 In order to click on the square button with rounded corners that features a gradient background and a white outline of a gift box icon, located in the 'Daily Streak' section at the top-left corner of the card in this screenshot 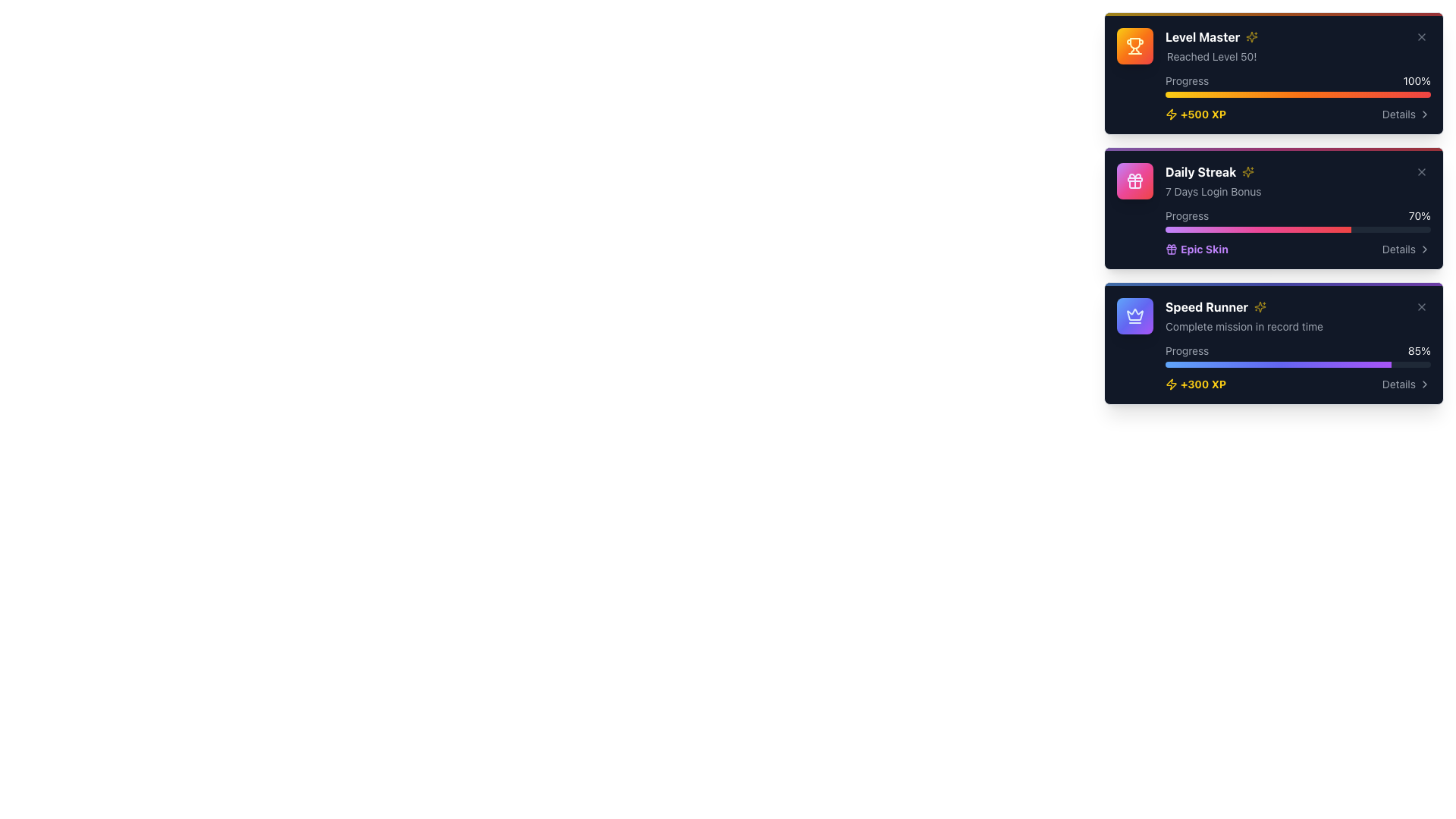, I will do `click(1135, 180)`.